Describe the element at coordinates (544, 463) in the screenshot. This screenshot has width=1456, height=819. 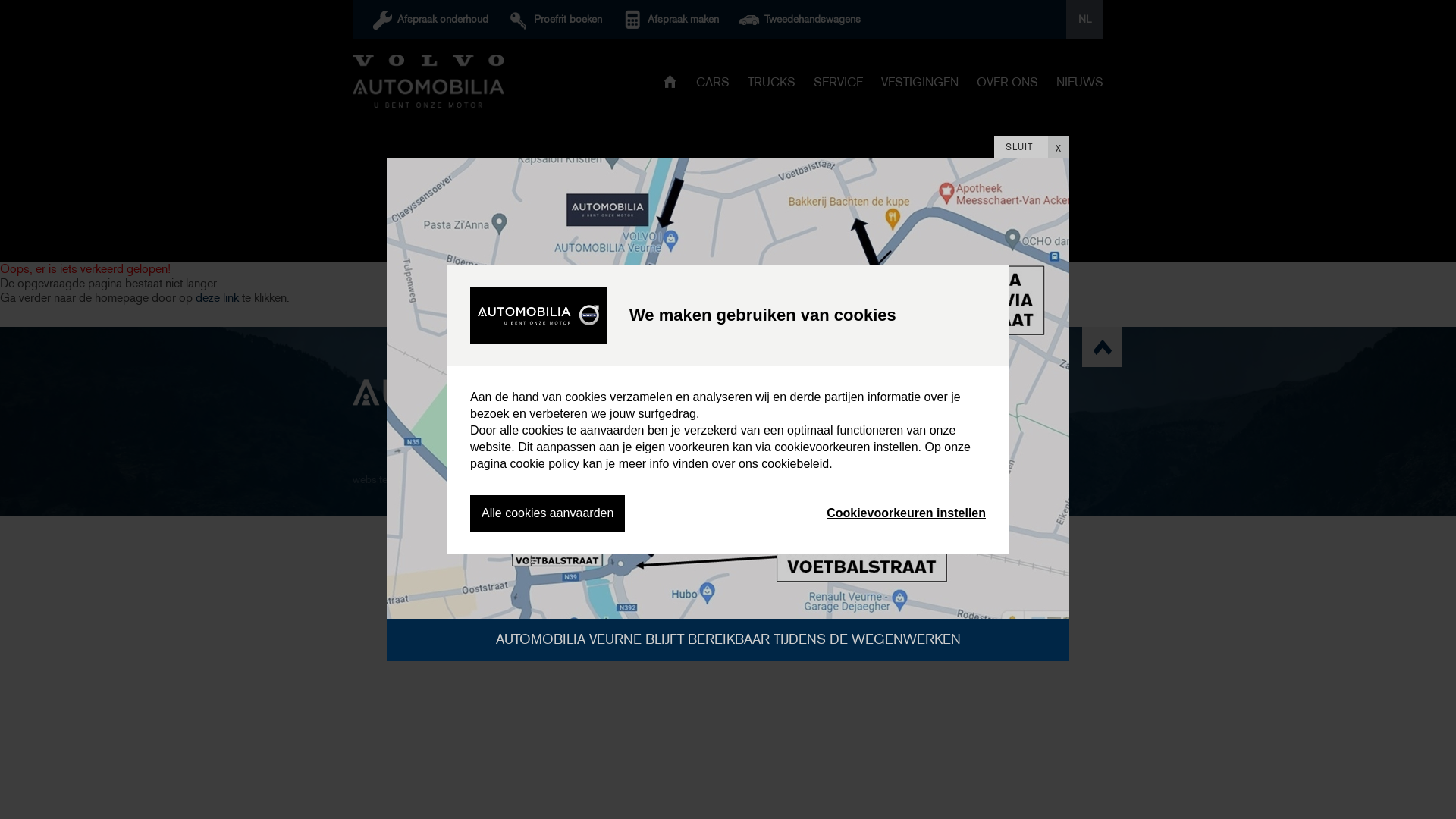
I see `'cookie policy'` at that location.